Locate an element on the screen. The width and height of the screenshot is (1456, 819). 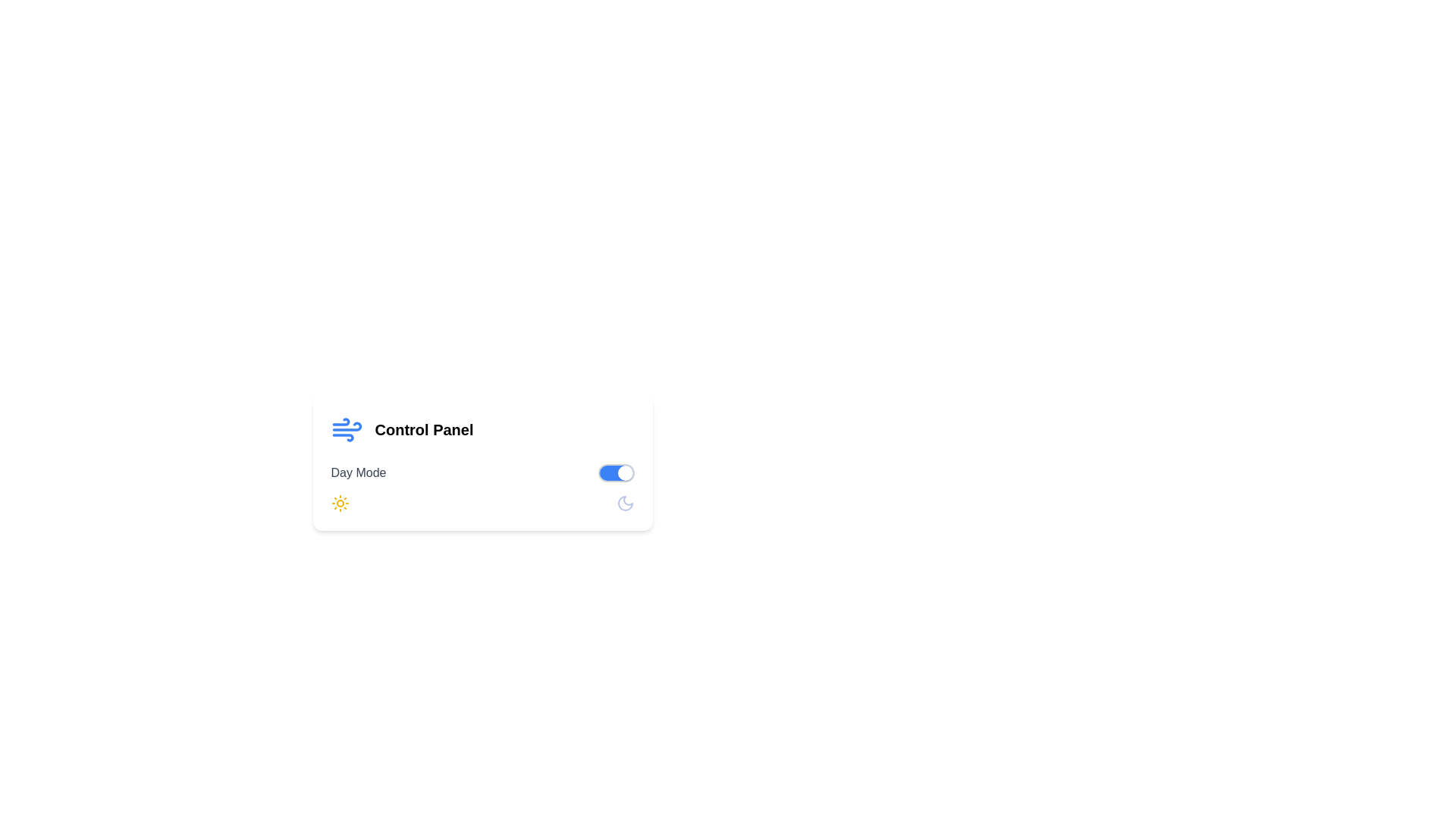
the wind lines icon located to the left of the 'Control Panel' text element by moving the cursor to its center point is located at coordinates (346, 430).